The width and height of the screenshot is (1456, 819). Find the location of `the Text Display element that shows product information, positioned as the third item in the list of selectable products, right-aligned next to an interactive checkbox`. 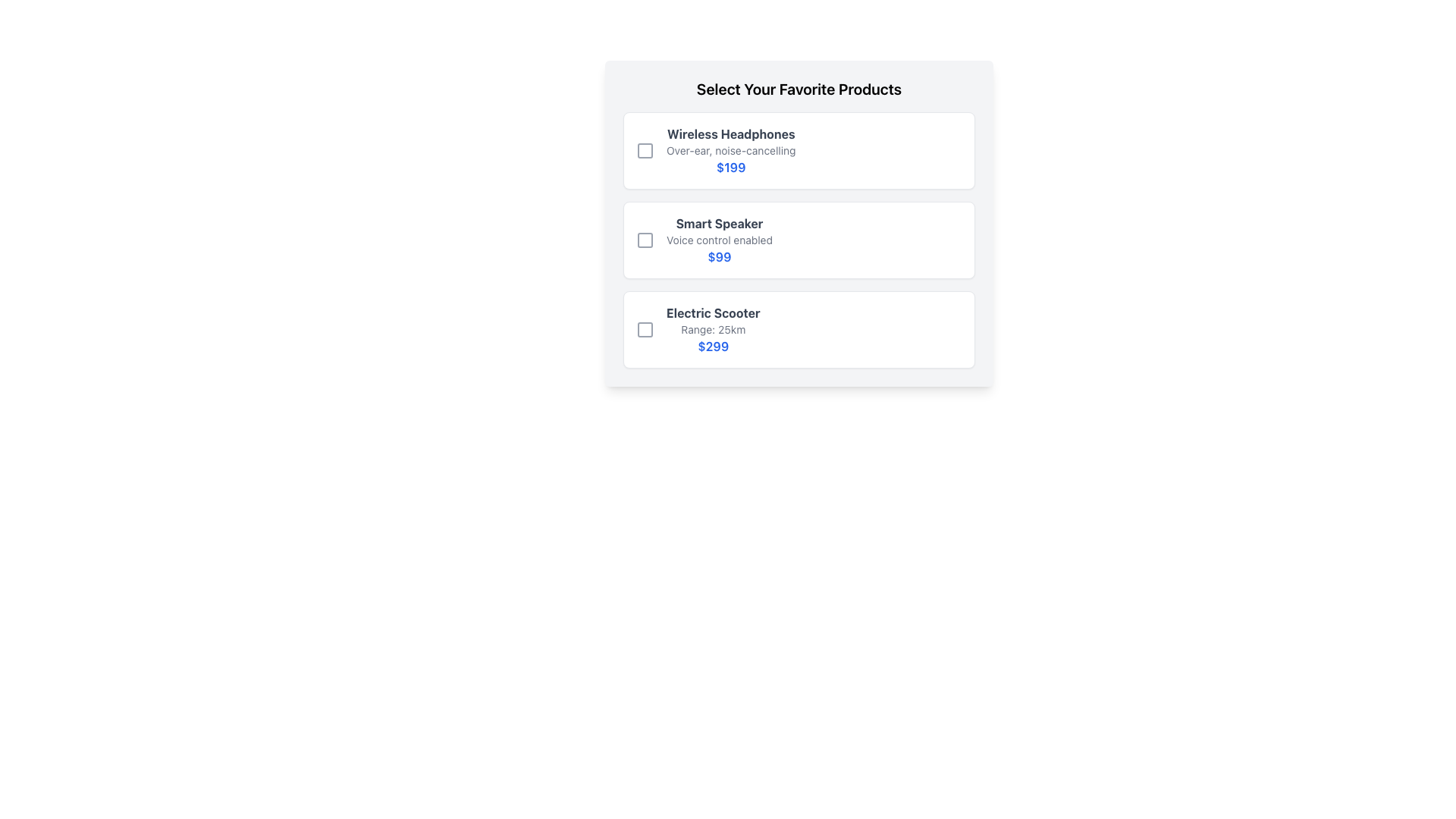

the Text Display element that shows product information, positioned as the third item in the list of selectable products, right-aligned next to an interactive checkbox is located at coordinates (712, 329).